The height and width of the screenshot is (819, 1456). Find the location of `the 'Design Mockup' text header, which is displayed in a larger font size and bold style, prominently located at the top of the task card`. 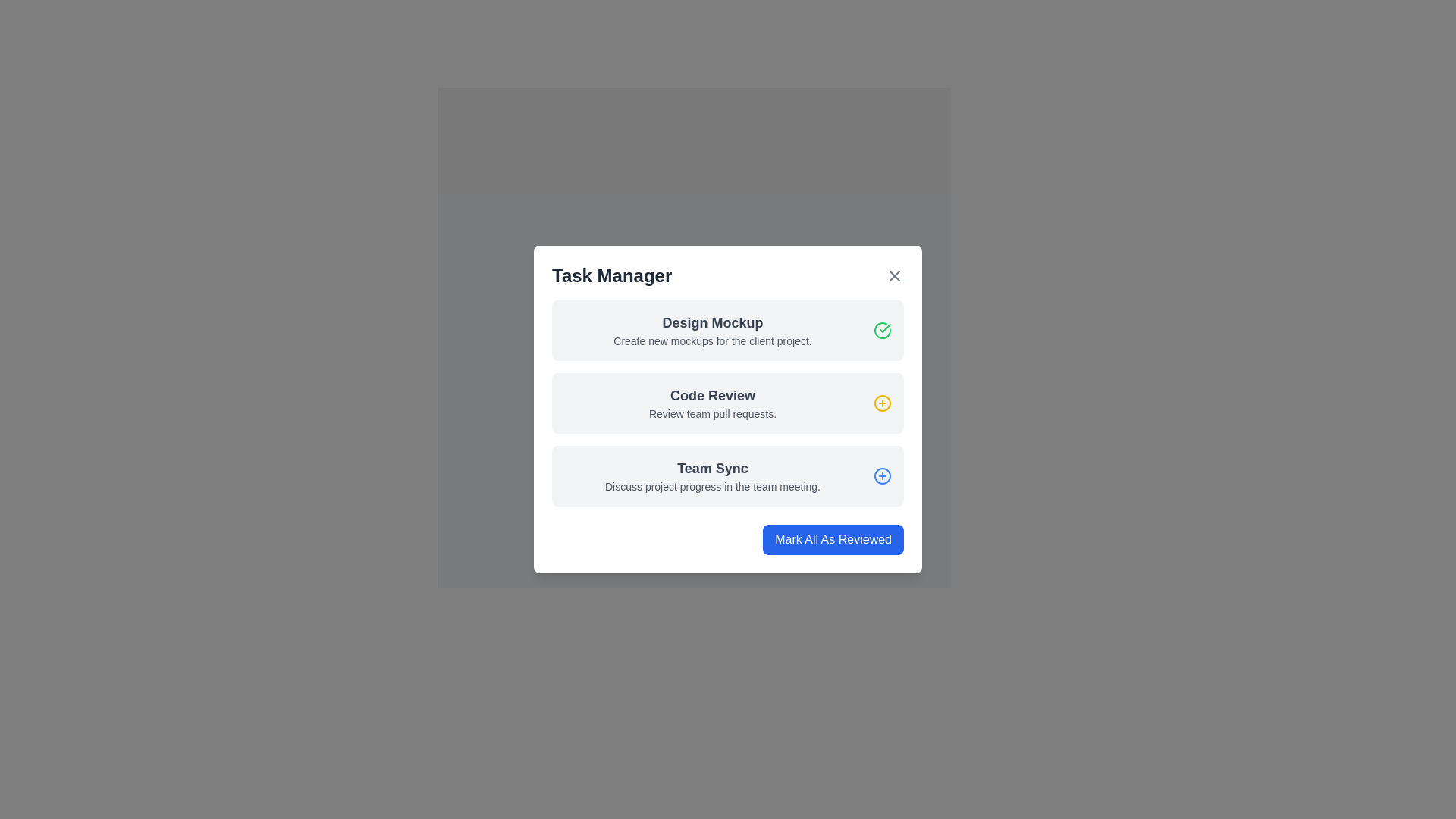

the 'Design Mockup' text header, which is displayed in a larger font size and bold style, prominently located at the top of the task card is located at coordinates (712, 322).